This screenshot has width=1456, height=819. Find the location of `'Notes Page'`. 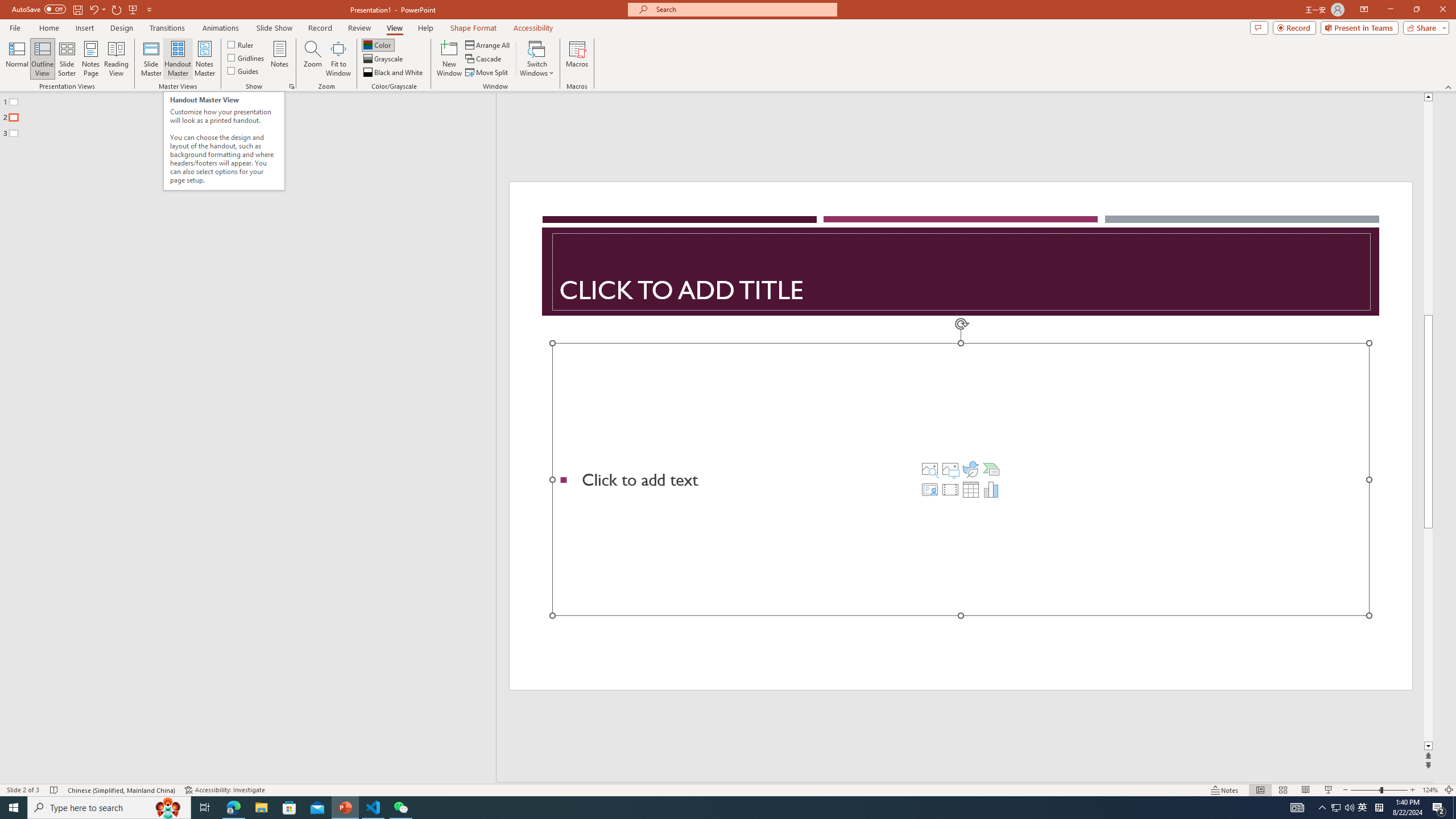

'Notes Page' is located at coordinates (90, 59).